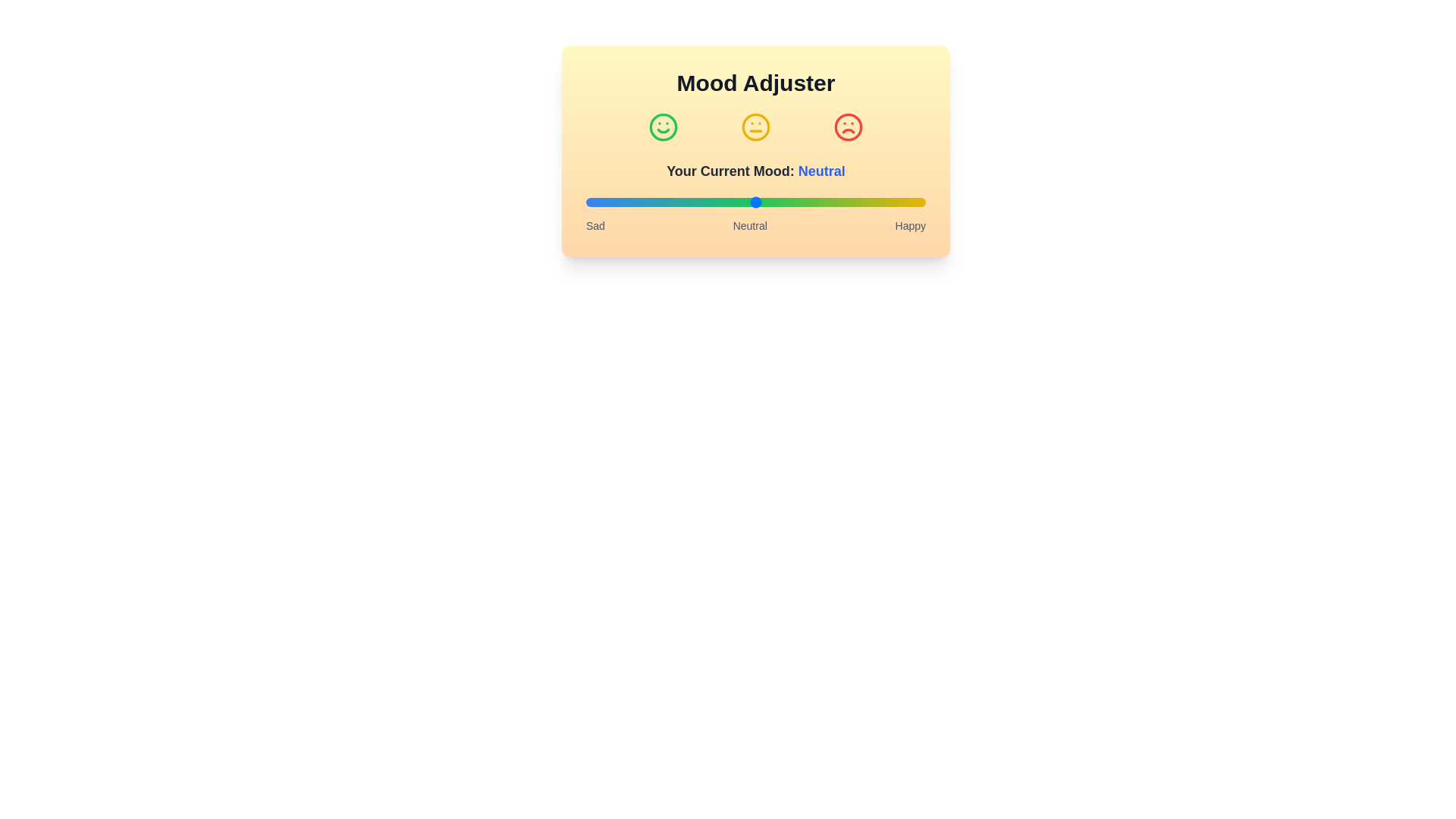 The height and width of the screenshot is (819, 1456). Describe the element at coordinates (610, 201) in the screenshot. I see `the mood slider to the desired level 7` at that location.